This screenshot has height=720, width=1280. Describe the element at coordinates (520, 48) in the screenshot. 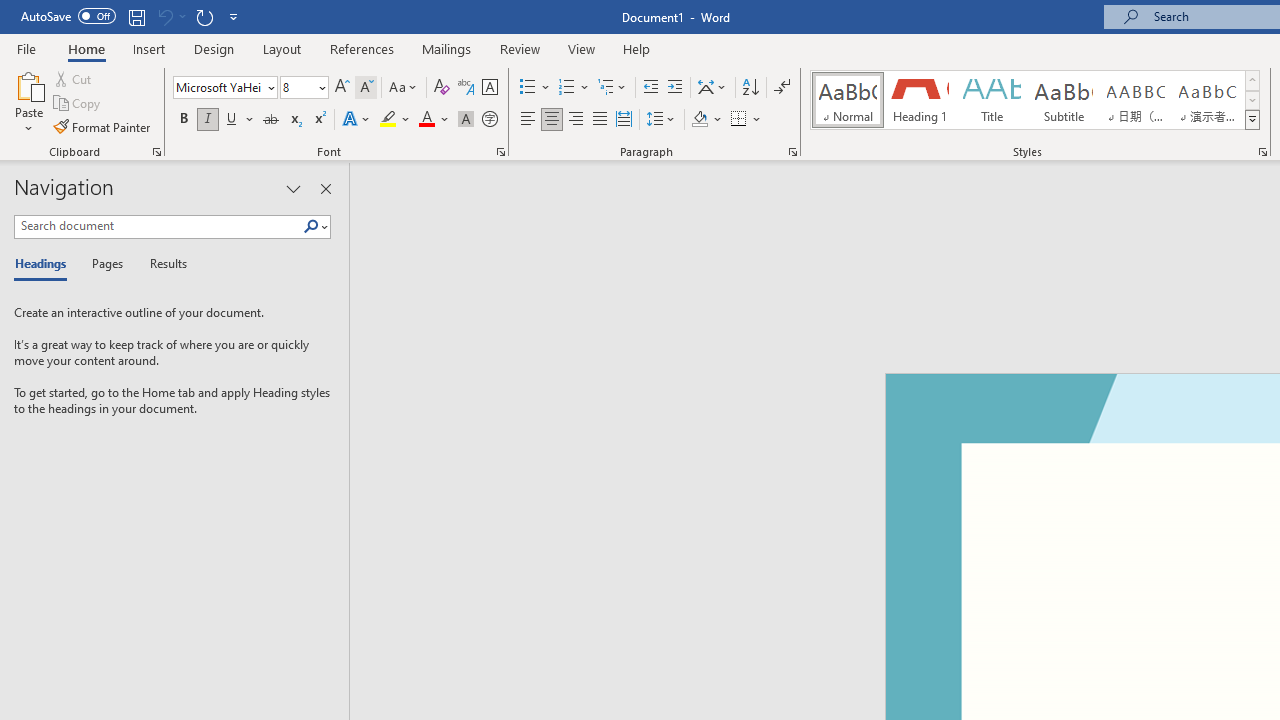

I see `'Review'` at that location.